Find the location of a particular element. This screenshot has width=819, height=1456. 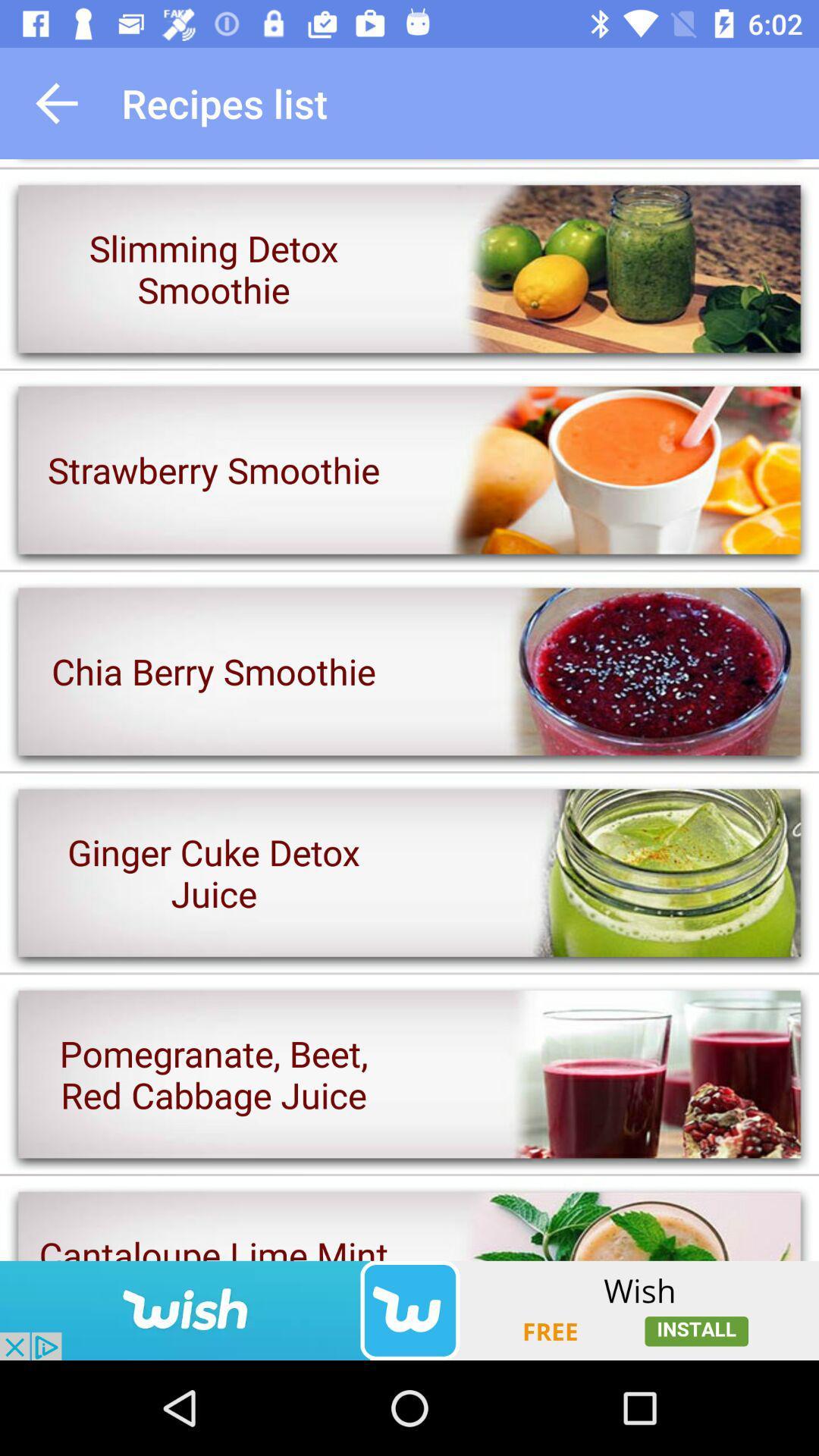

advertisement link is located at coordinates (409, 1310).